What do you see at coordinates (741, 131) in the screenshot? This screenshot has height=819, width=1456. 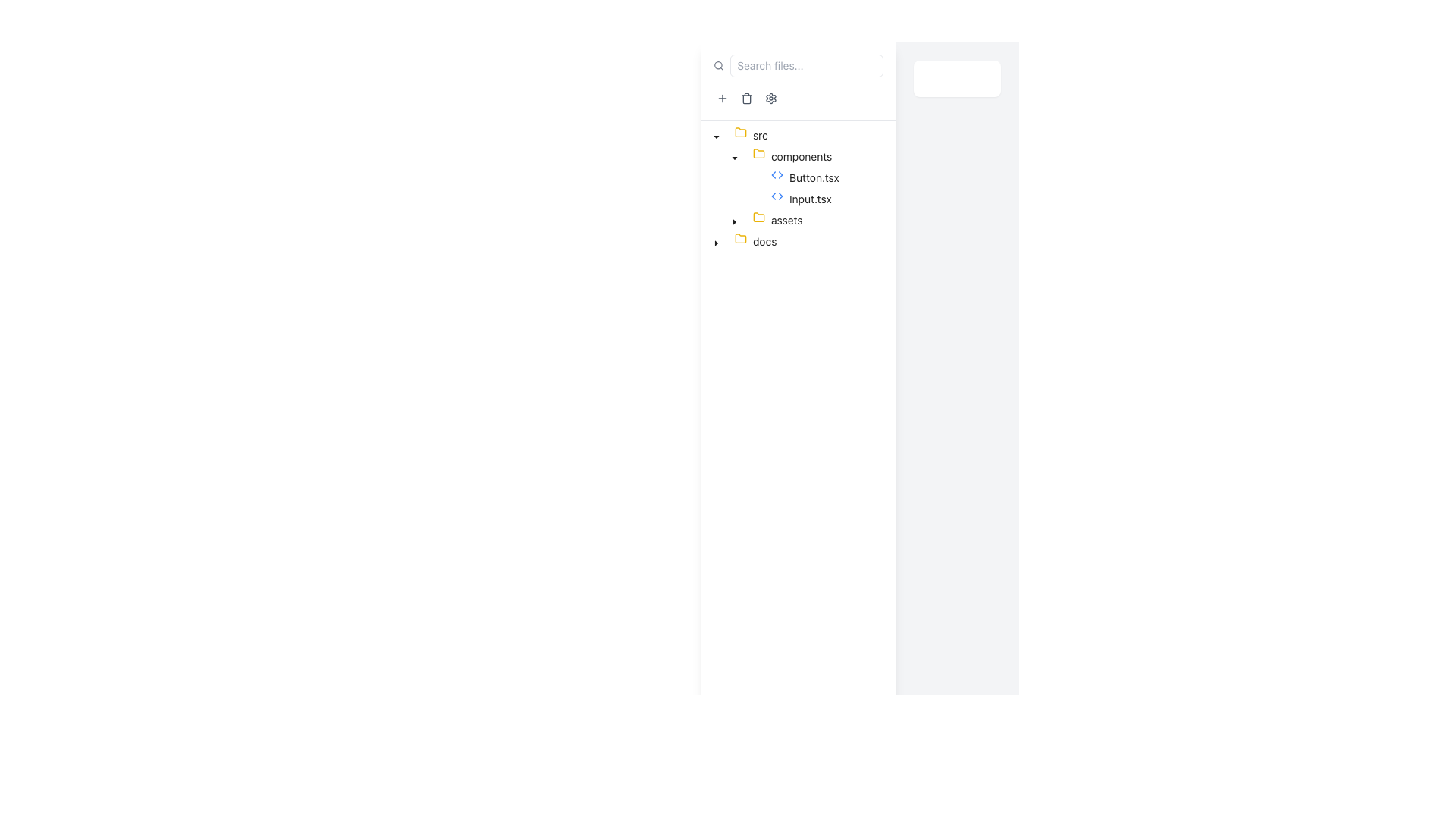 I see `the 'src' directory icon located in the left navigation panel` at bounding box center [741, 131].